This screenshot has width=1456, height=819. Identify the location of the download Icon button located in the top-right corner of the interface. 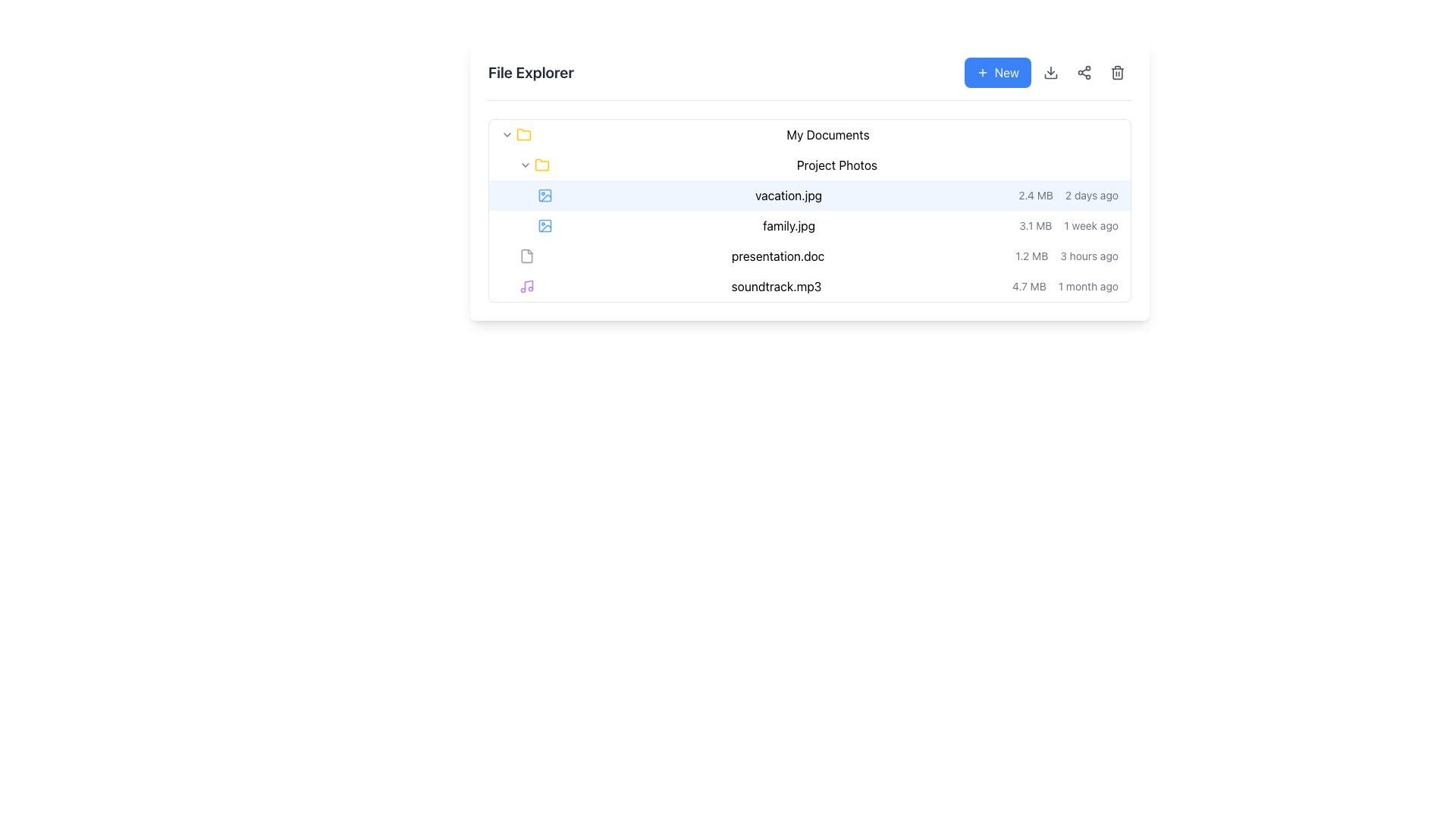
(1050, 73).